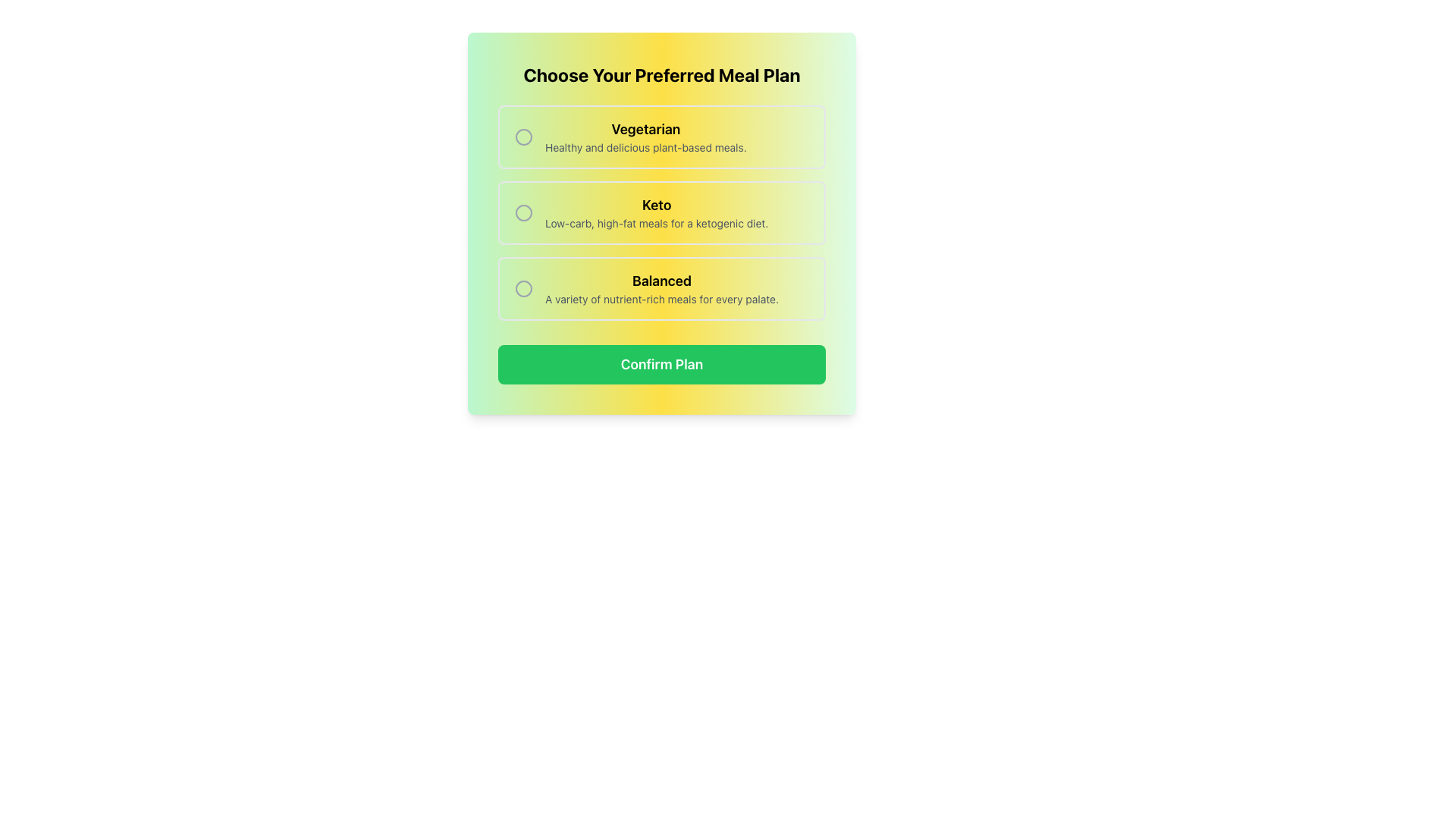  What do you see at coordinates (524, 213) in the screenshot?
I see `the circular radio button indicator` at bounding box center [524, 213].